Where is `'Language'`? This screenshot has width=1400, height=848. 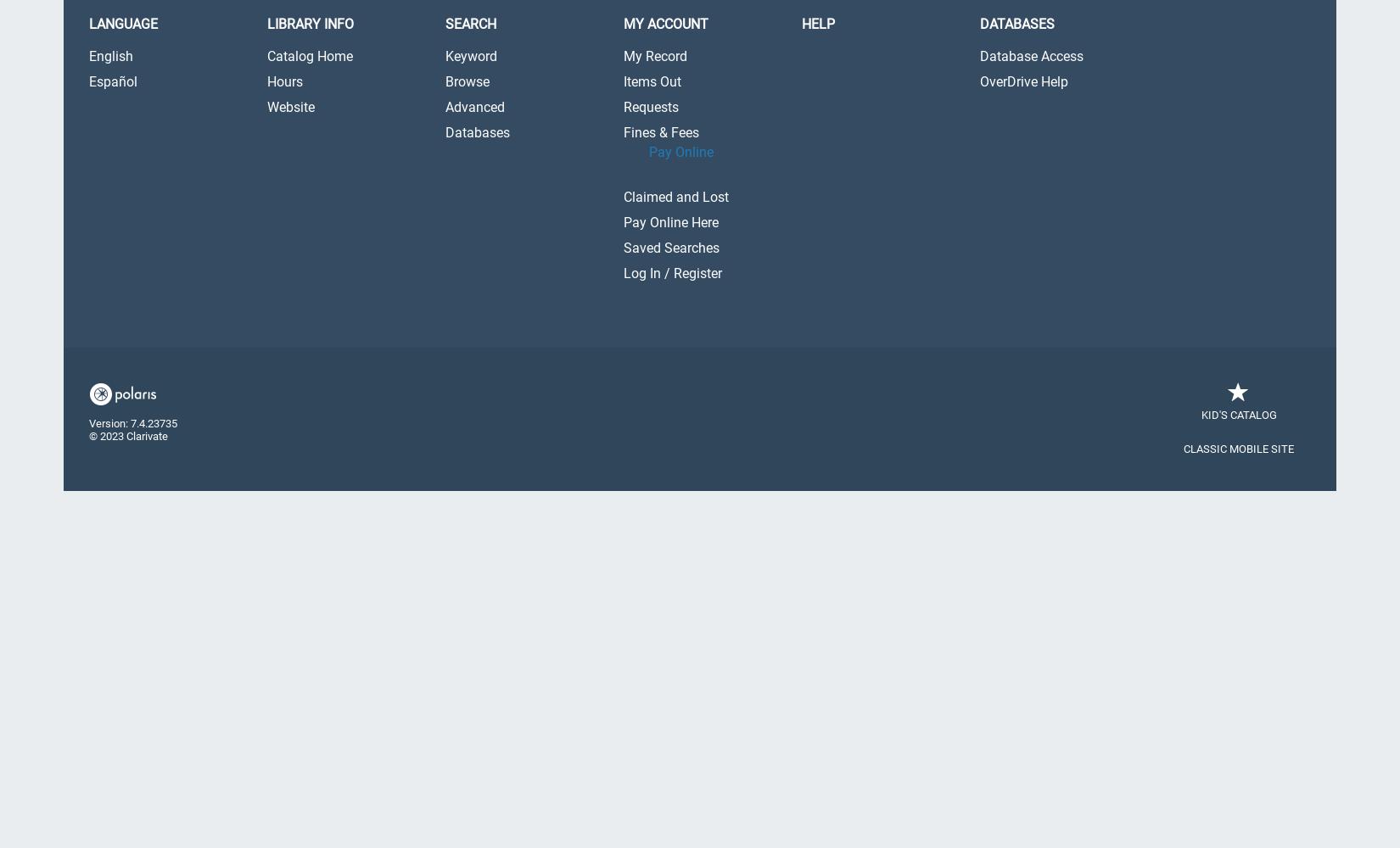
'Language' is located at coordinates (123, 24).